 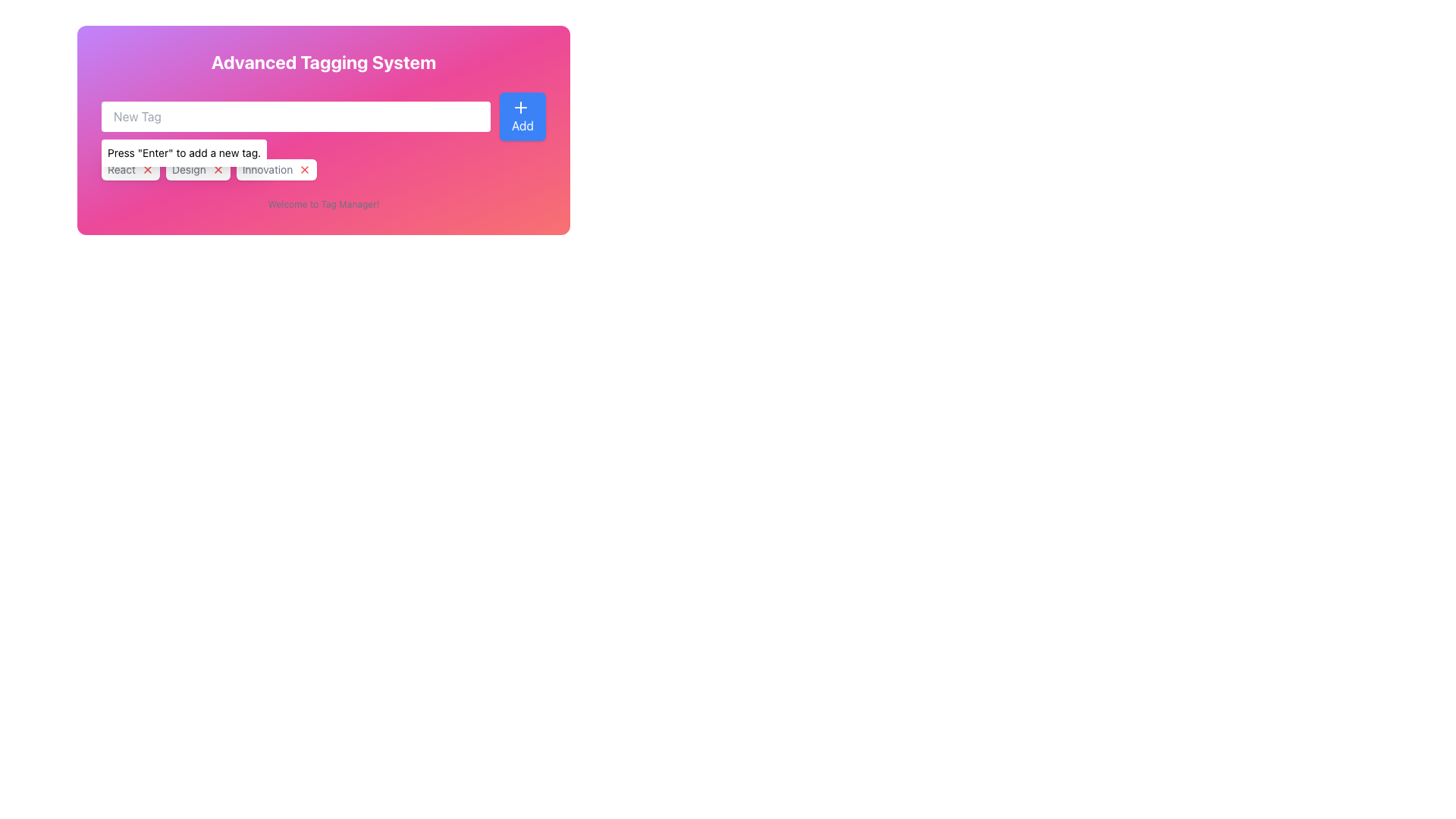 I want to click on the button icon located to the right of the 'Innovation' tag, so click(x=304, y=169).